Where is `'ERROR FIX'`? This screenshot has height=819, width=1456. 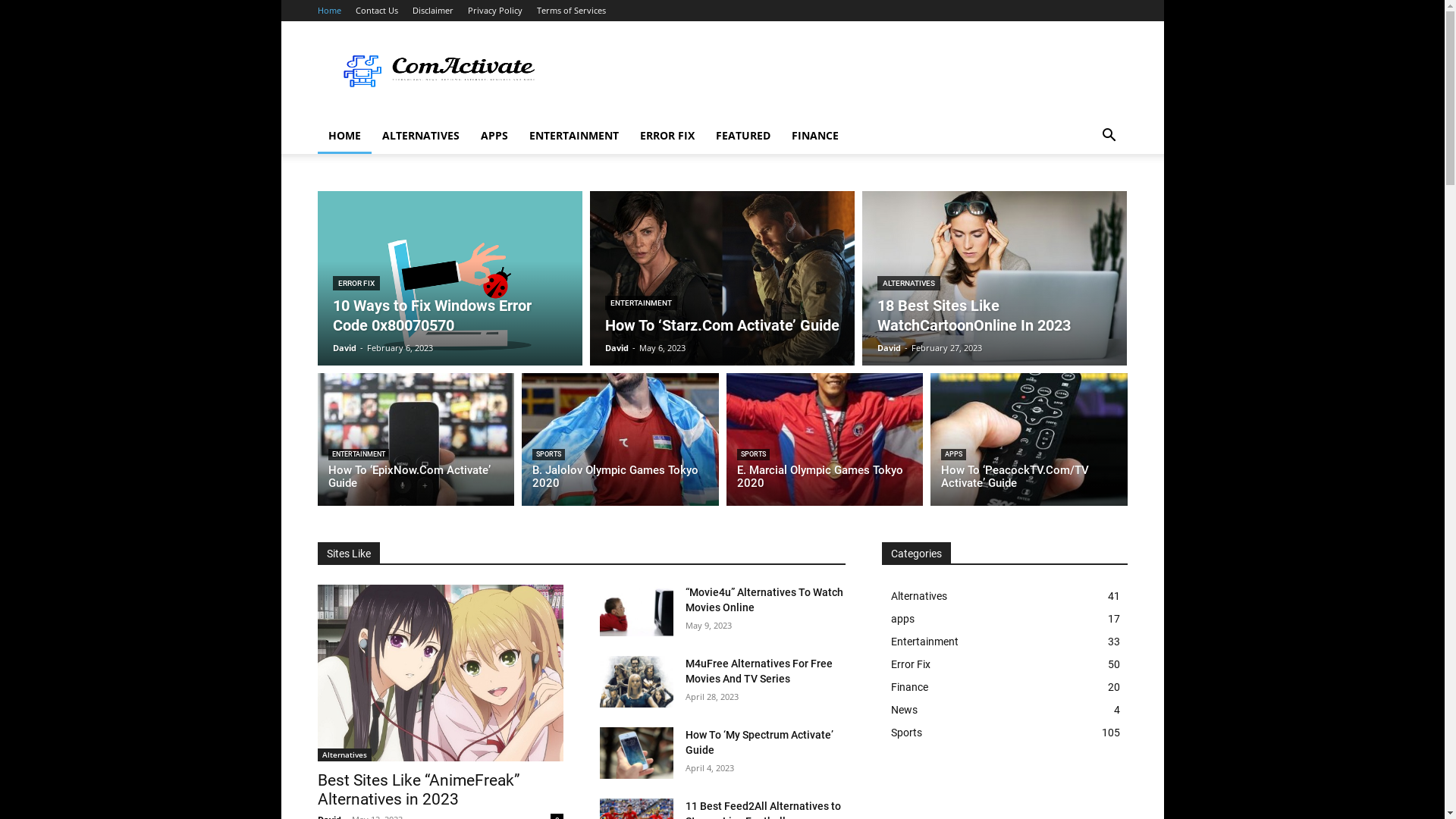 'ERROR FIX' is located at coordinates (667, 134).